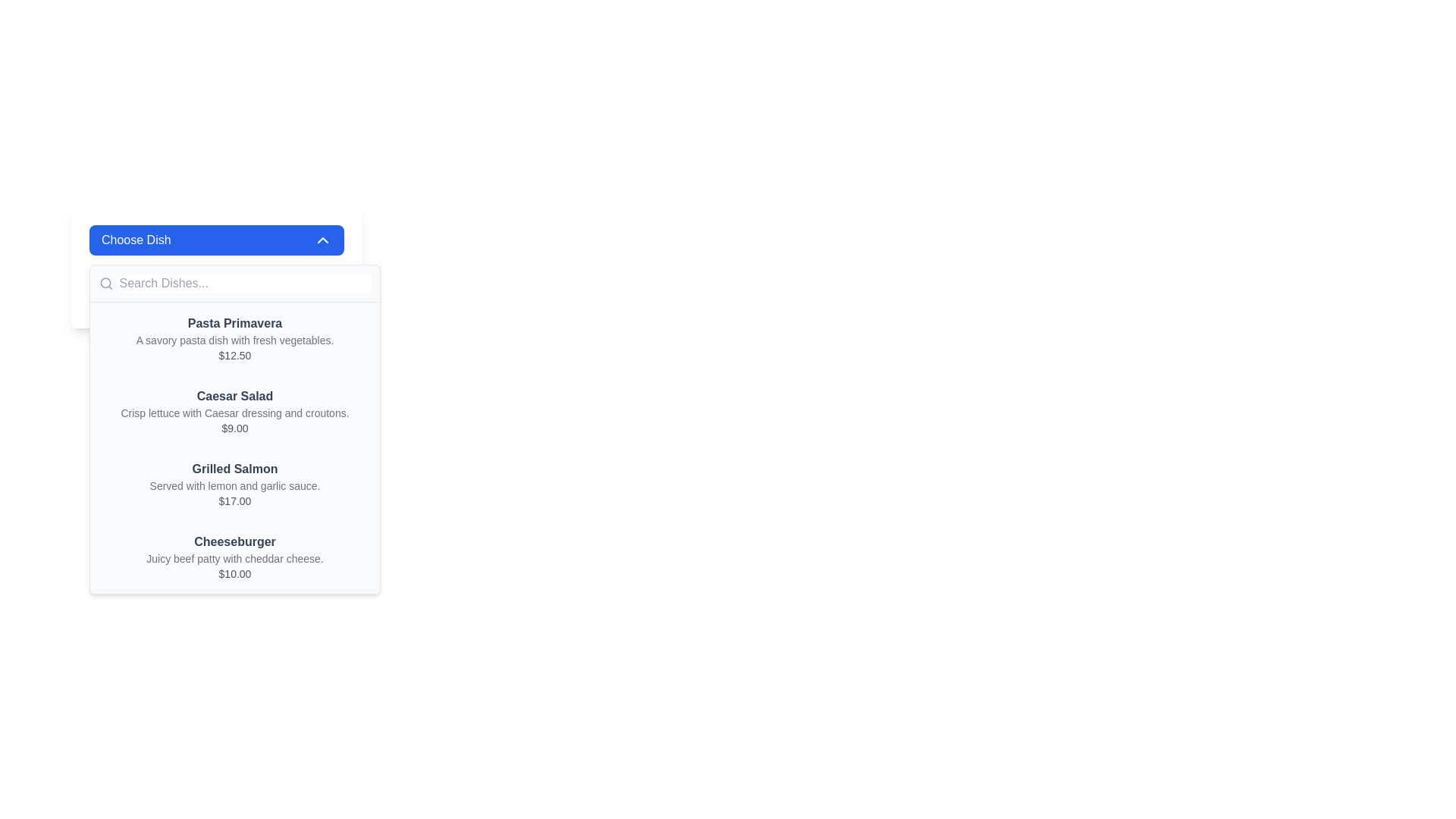 The image size is (1456, 819). What do you see at coordinates (234, 557) in the screenshot?
I see `the List item displaying 'Cheeseburger'` at bounding box center [234, 557].